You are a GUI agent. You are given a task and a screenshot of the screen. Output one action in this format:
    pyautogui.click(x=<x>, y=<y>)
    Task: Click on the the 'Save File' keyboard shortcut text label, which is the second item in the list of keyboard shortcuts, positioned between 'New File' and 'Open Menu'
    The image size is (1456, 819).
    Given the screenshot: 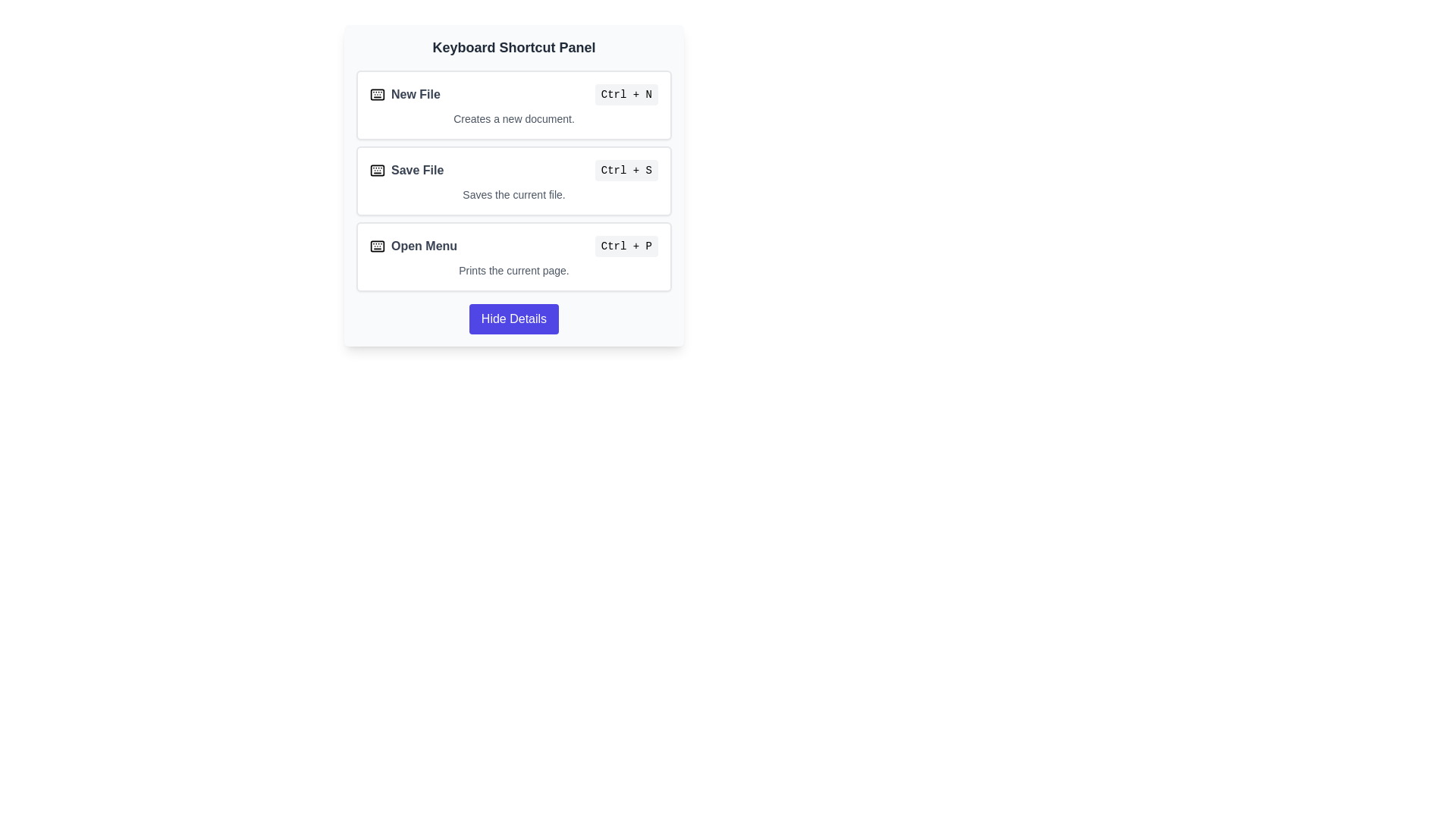 What is the action you would take?
    pyautogui.click(x=417, y=170)
    